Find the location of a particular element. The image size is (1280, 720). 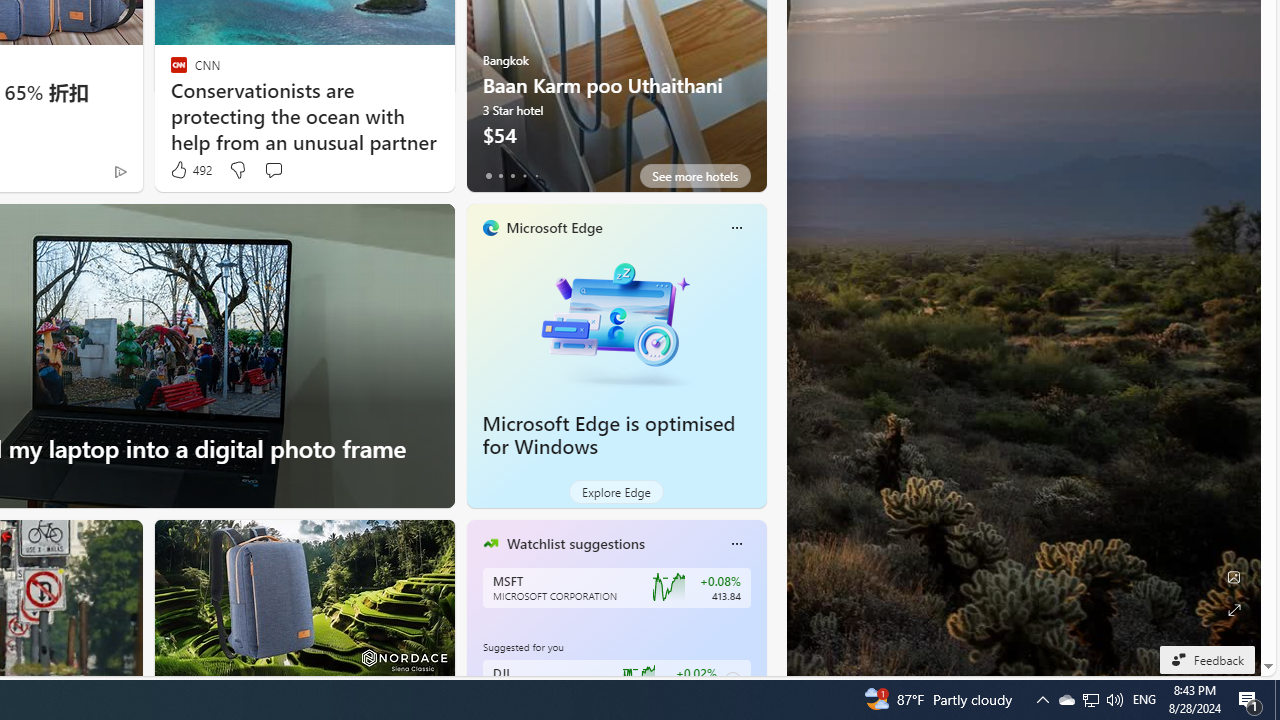

'See more hotels' is located at coordinates (695, 175).